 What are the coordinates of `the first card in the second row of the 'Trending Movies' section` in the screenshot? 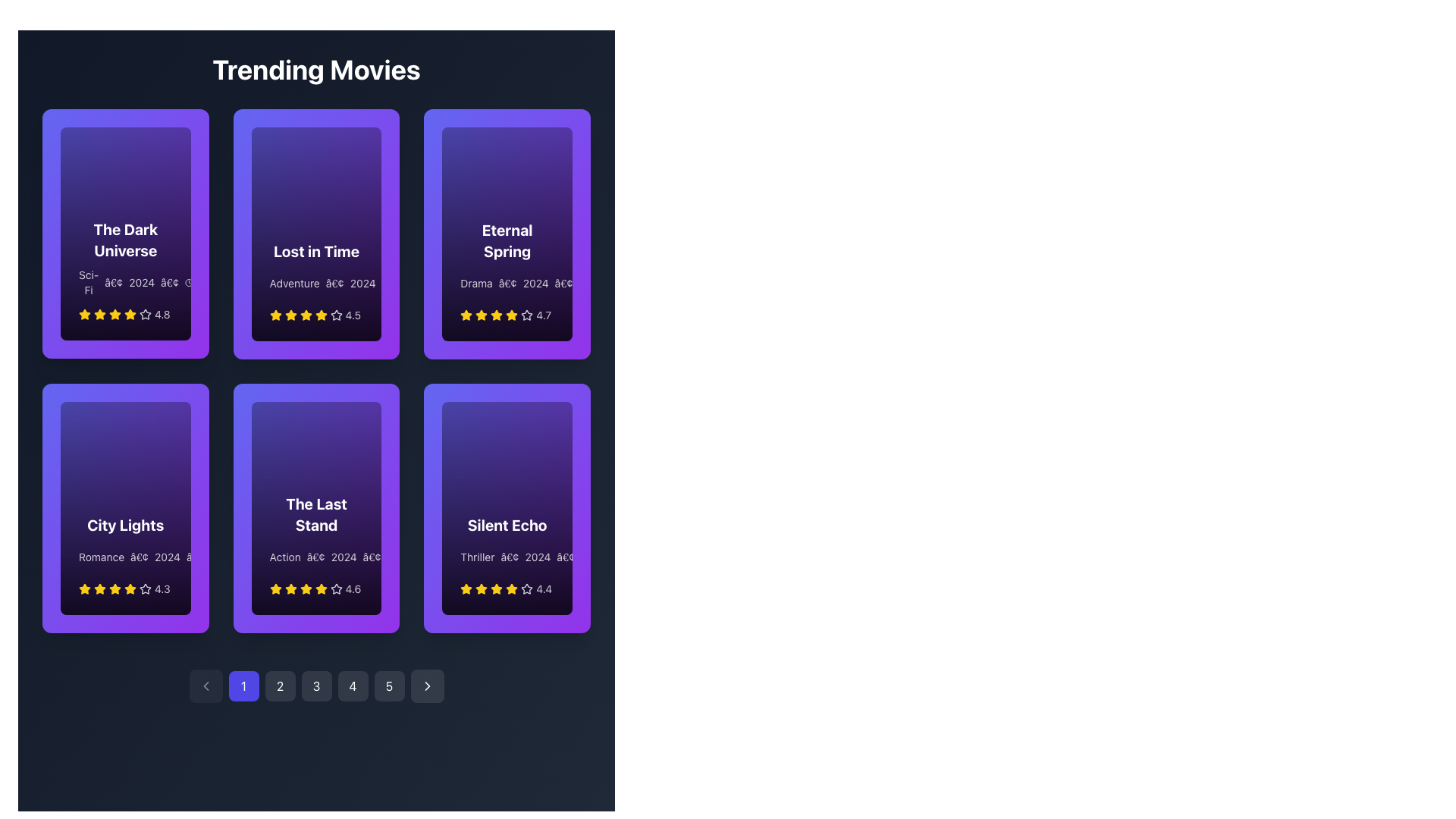 It's located at (125, 508).